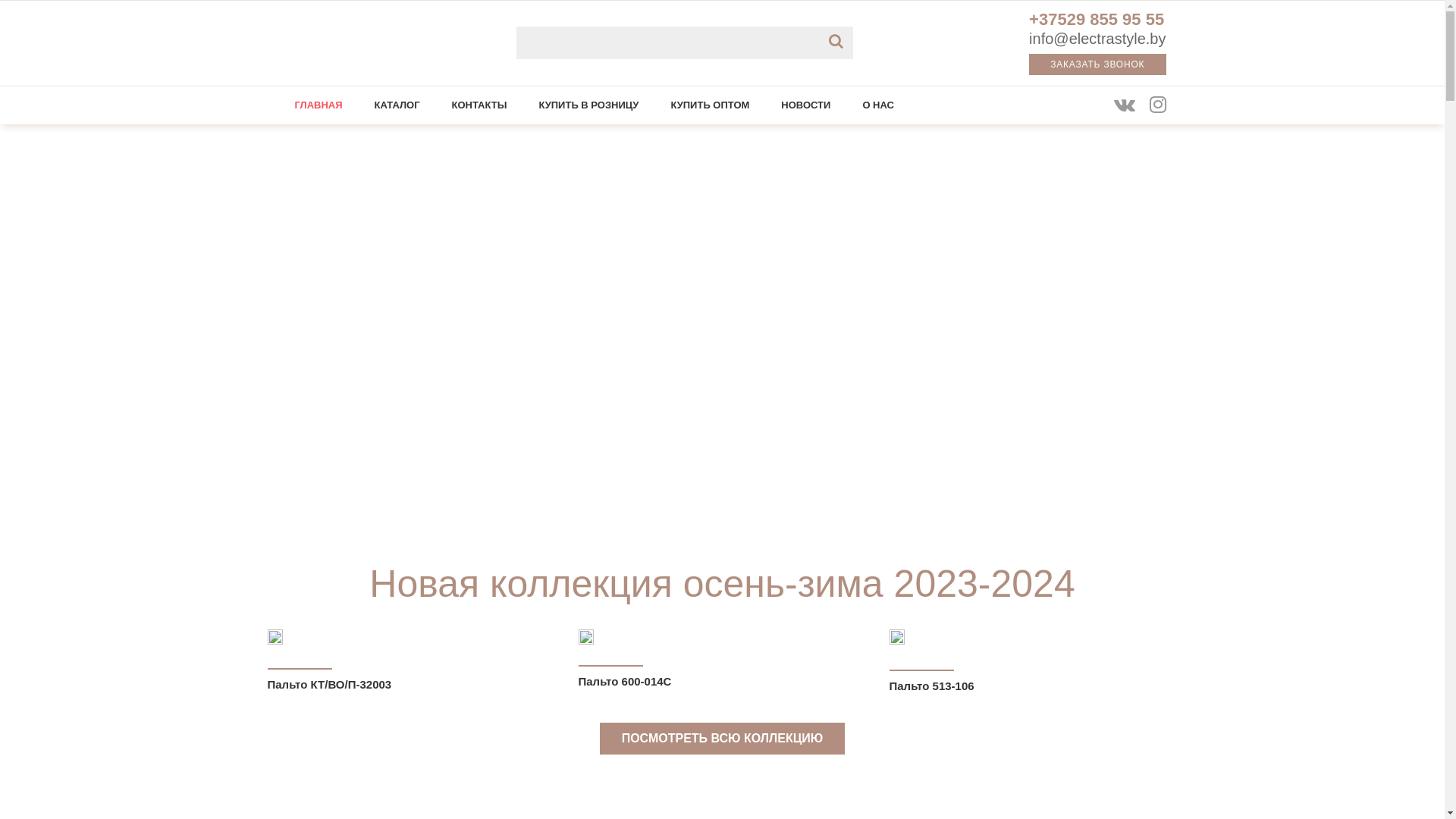  What do you see at coordinates (1097, 37) in the screenshot?
I see `'info@electrastyle.by'` at bounding box center [1097, 37].